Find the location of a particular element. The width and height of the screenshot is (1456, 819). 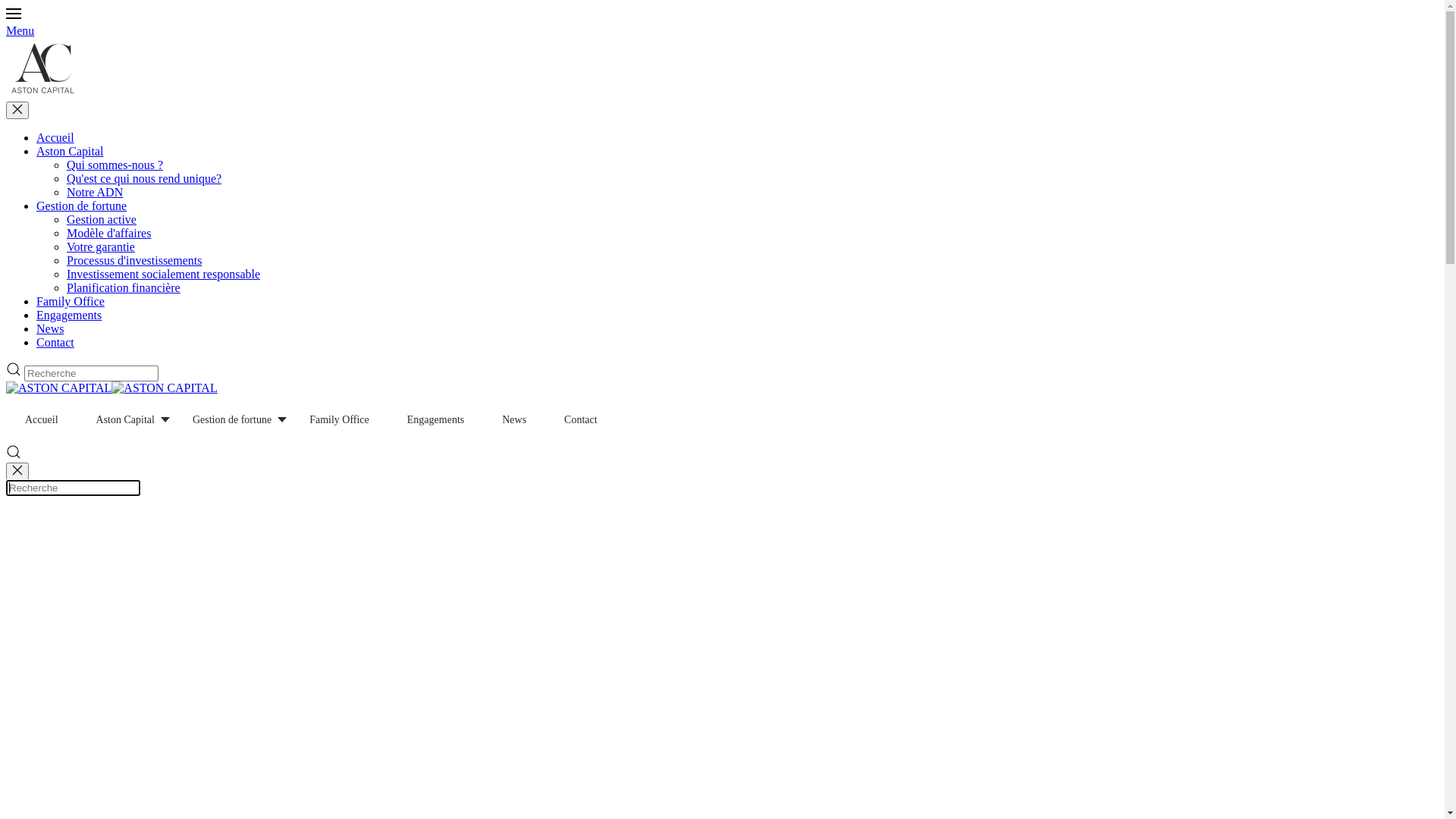

'Investissement socialement responsable' is located at coordinates (65, 274).